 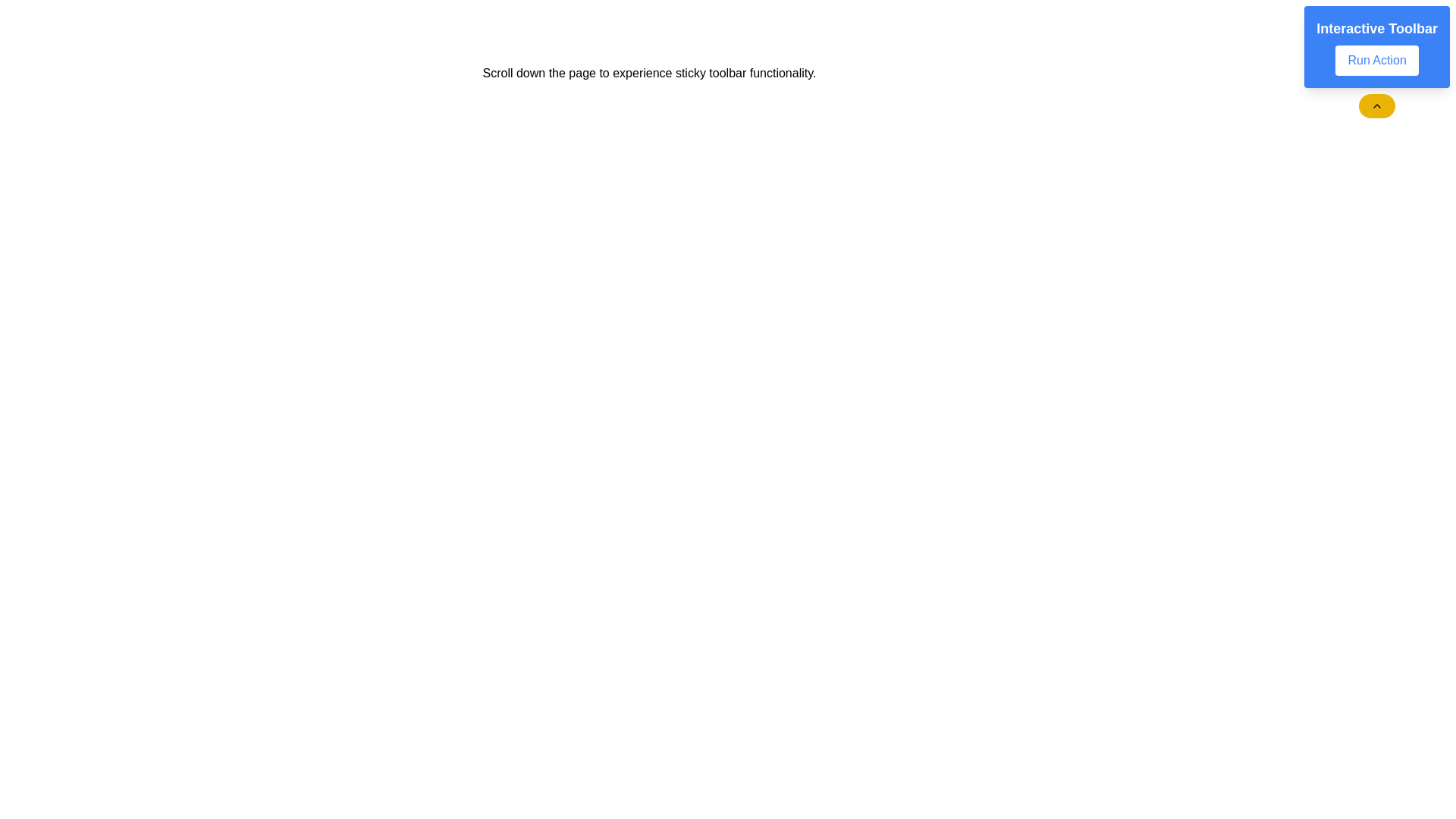 What do you see at coordinates (1377, 105) in the screenshot?
I see `the upward-pointing chevron icon located within a circular button with a yellow background, positioned below the blue rectangular interactive box labeled 'Interactive Toolbar'` at bounding box center [1377, 105].